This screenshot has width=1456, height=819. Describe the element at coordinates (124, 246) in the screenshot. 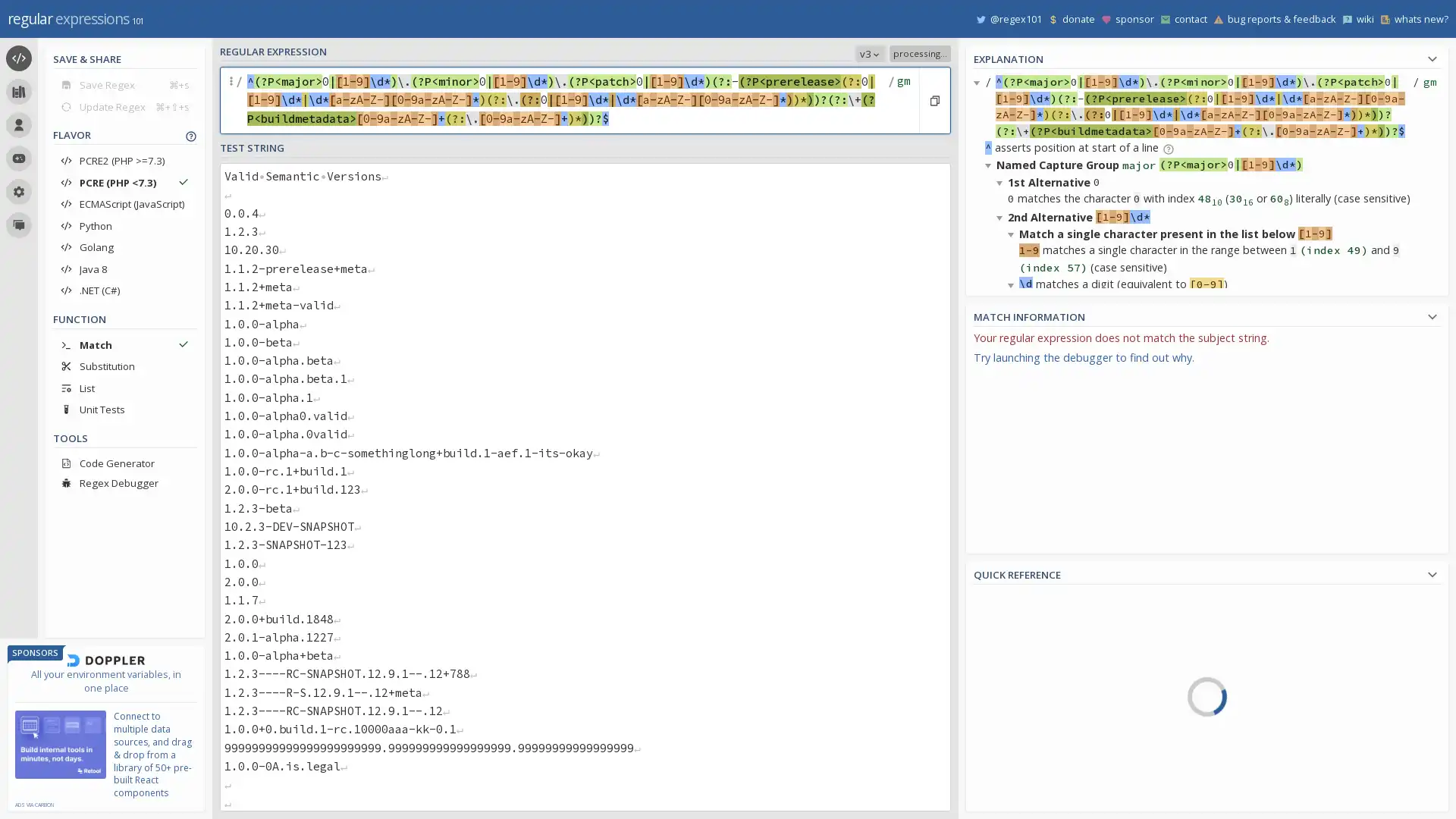

I see `Golang` at that location.